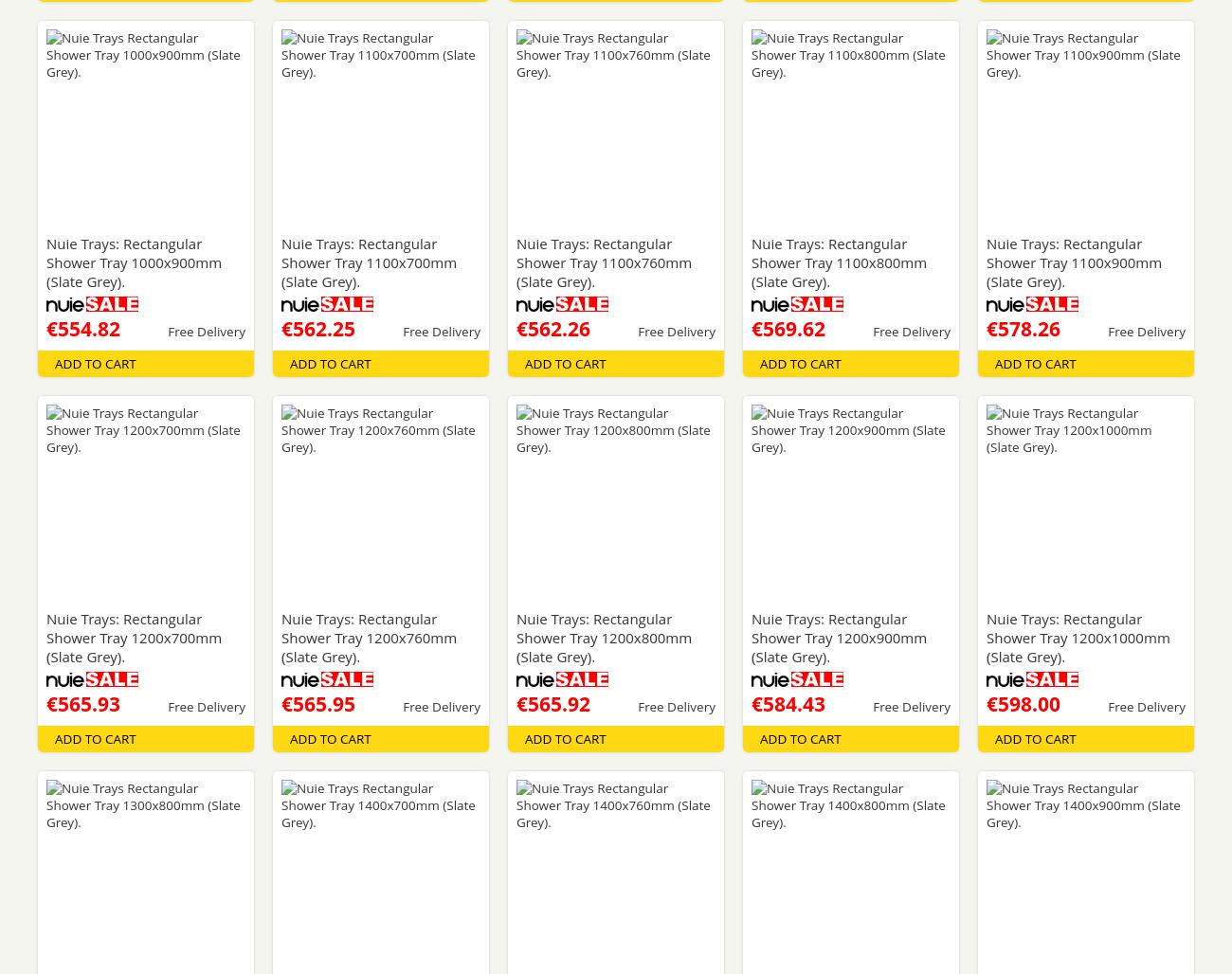 Image resolution: width=1232 pixels, height=974 pixels. I want to click on '€578.26', so click(1023, 327).